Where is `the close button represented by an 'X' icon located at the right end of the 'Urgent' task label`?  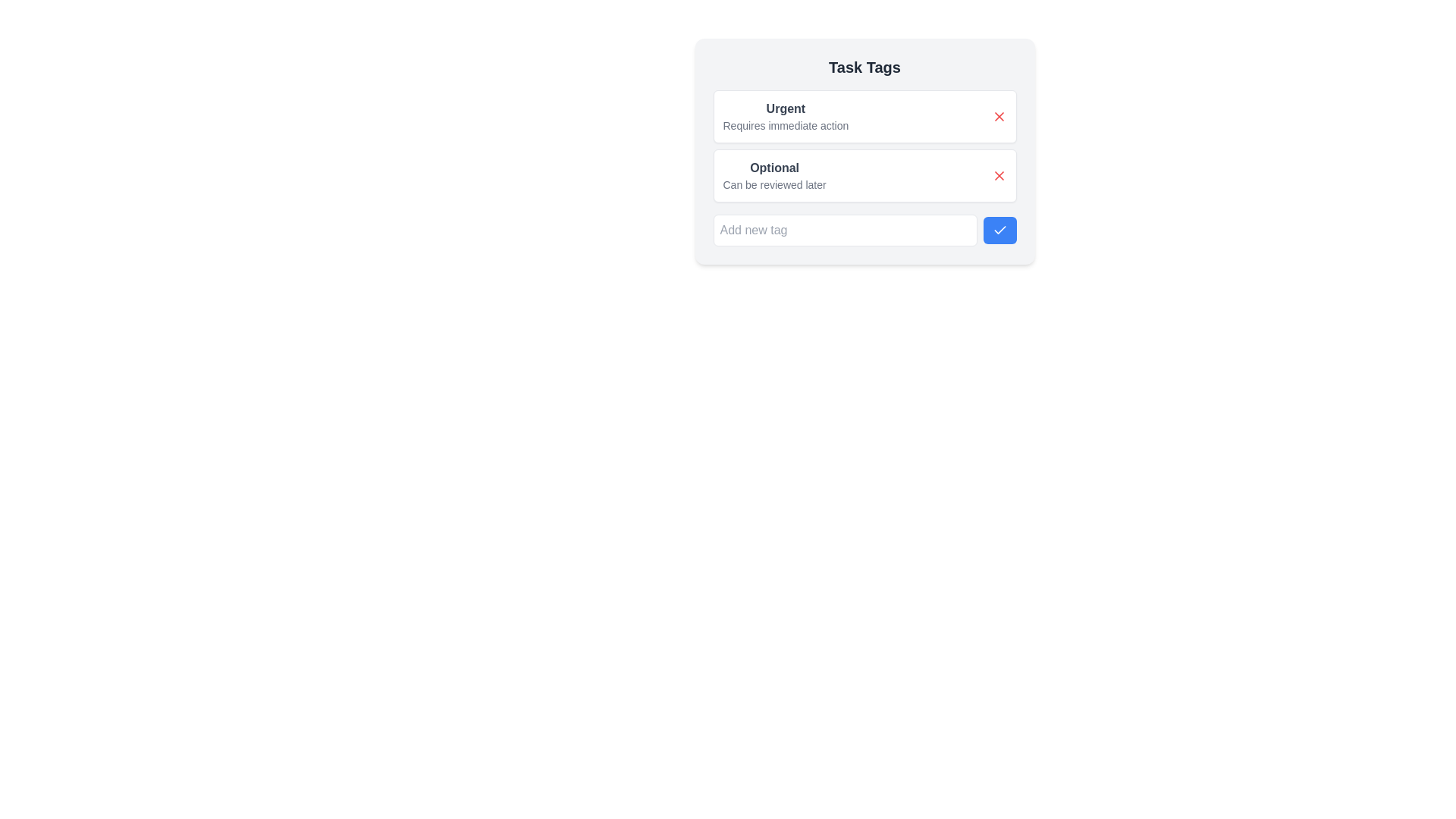 the close button represented by an 'X' icon located at the right end of the 'Urgent' task label is located at coordinates (999, 116).